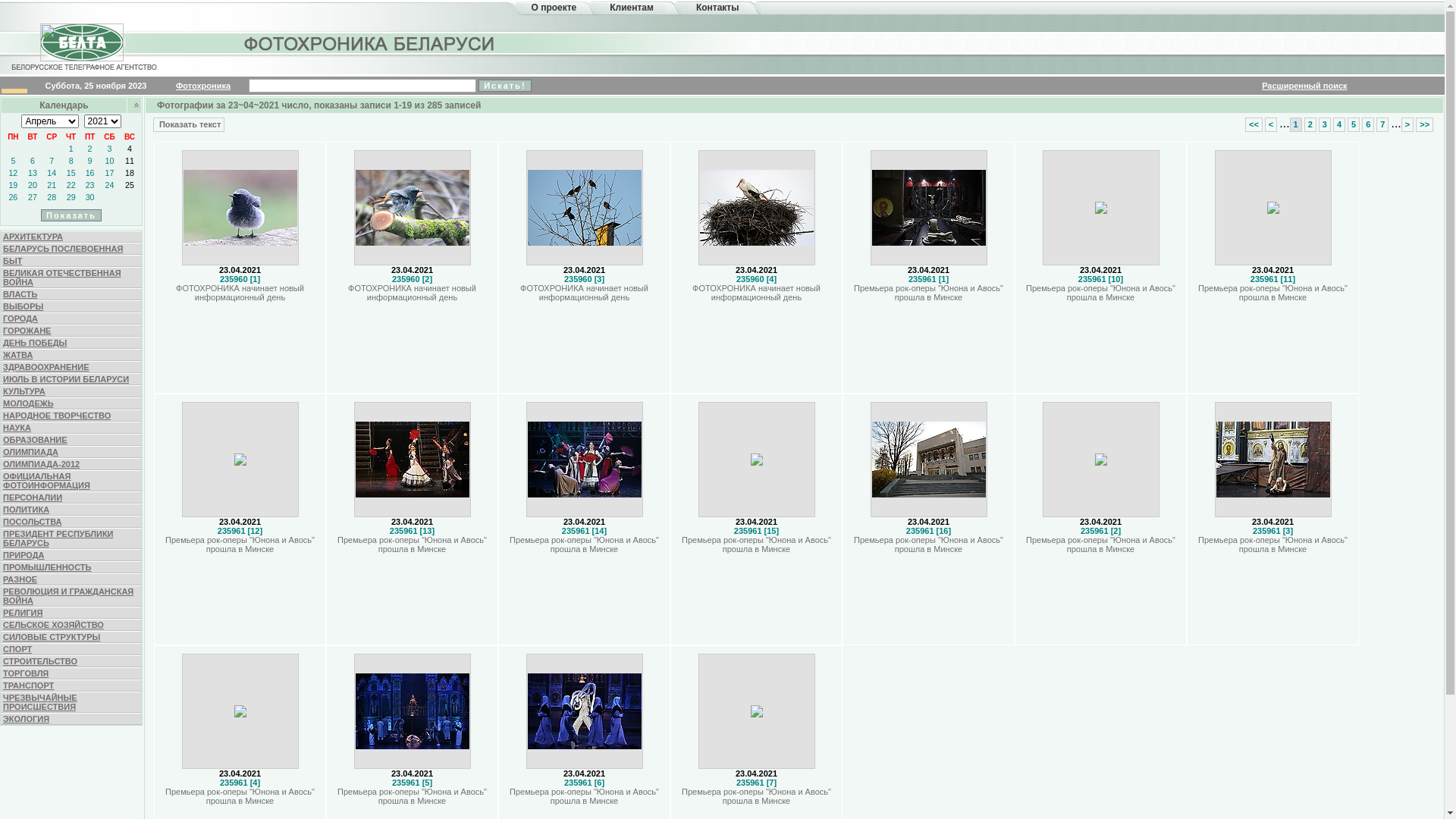 The image size is (1456, 819). What do you see at coordinates (130, 161) in the screenshot?
I see `'11'` at bounding box center [130, 161].